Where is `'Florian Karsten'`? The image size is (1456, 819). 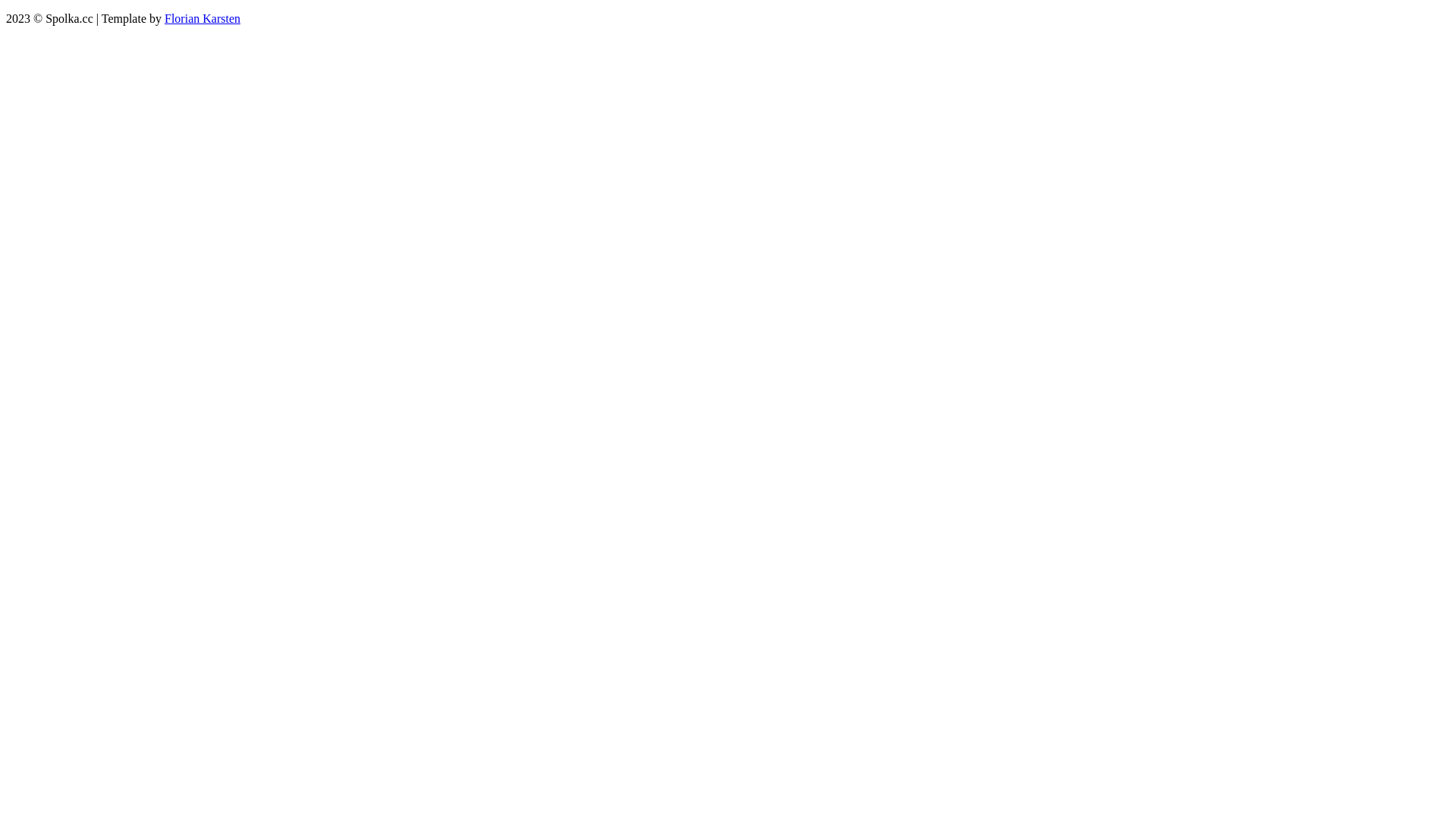
'Florian Karsten' is located at coordinates (164, 18).